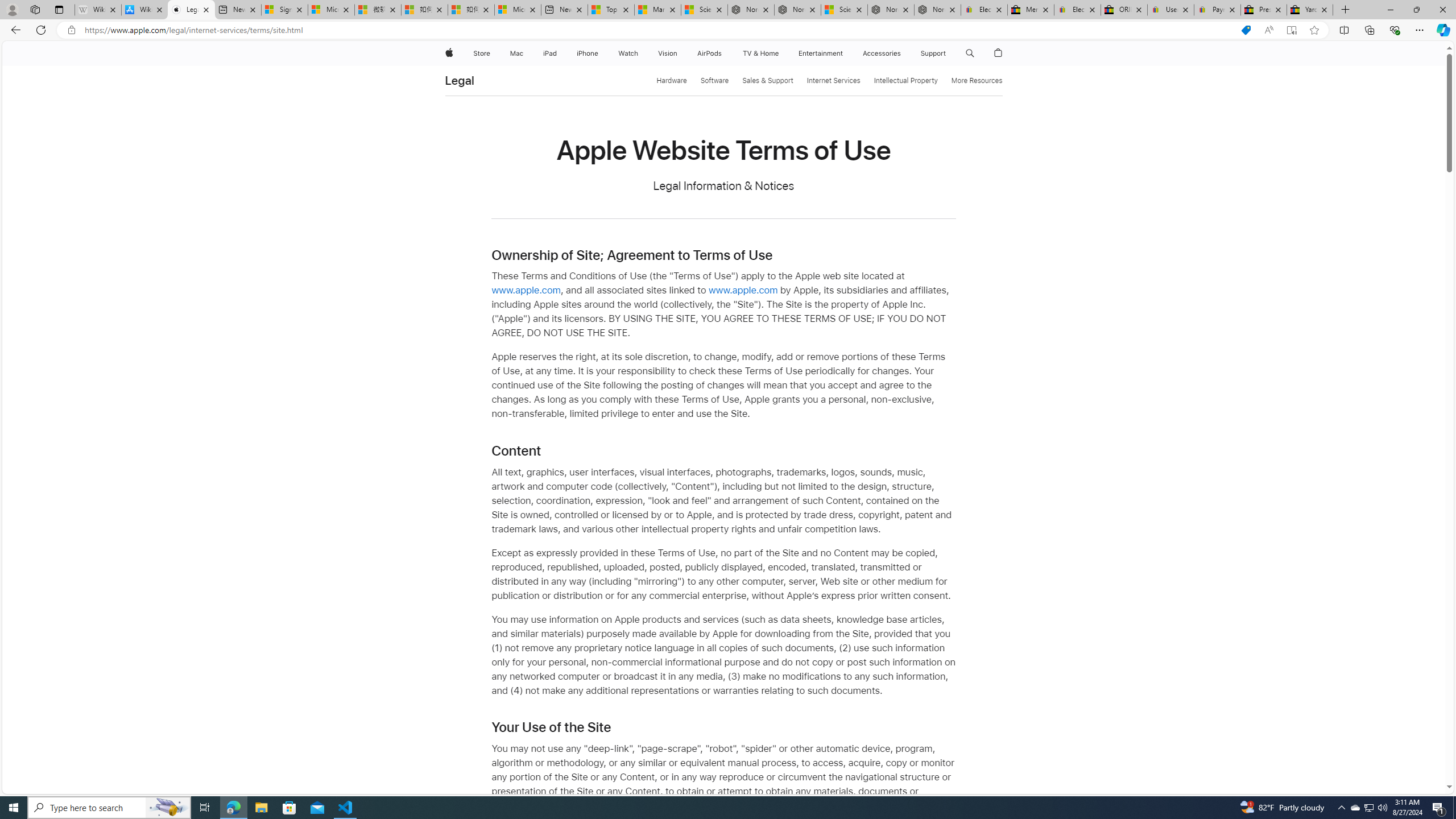 This screenshot has width=1456, height=819. What do you see at coordinates (549, 53) in the screenshot?
I see `'iPad'` at bounding box center [549, 53].